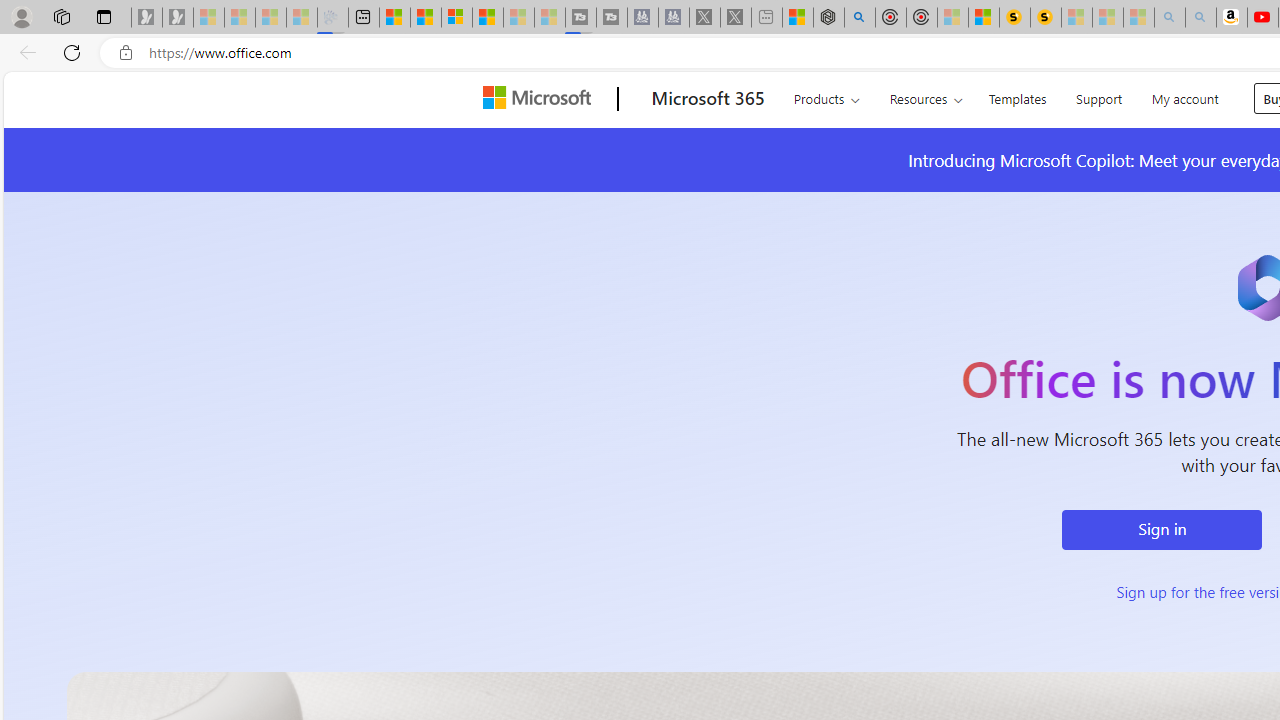 The height and width of the screenshot is (720, 1280). I want to click on 'Microsoft', so click(541, 99).